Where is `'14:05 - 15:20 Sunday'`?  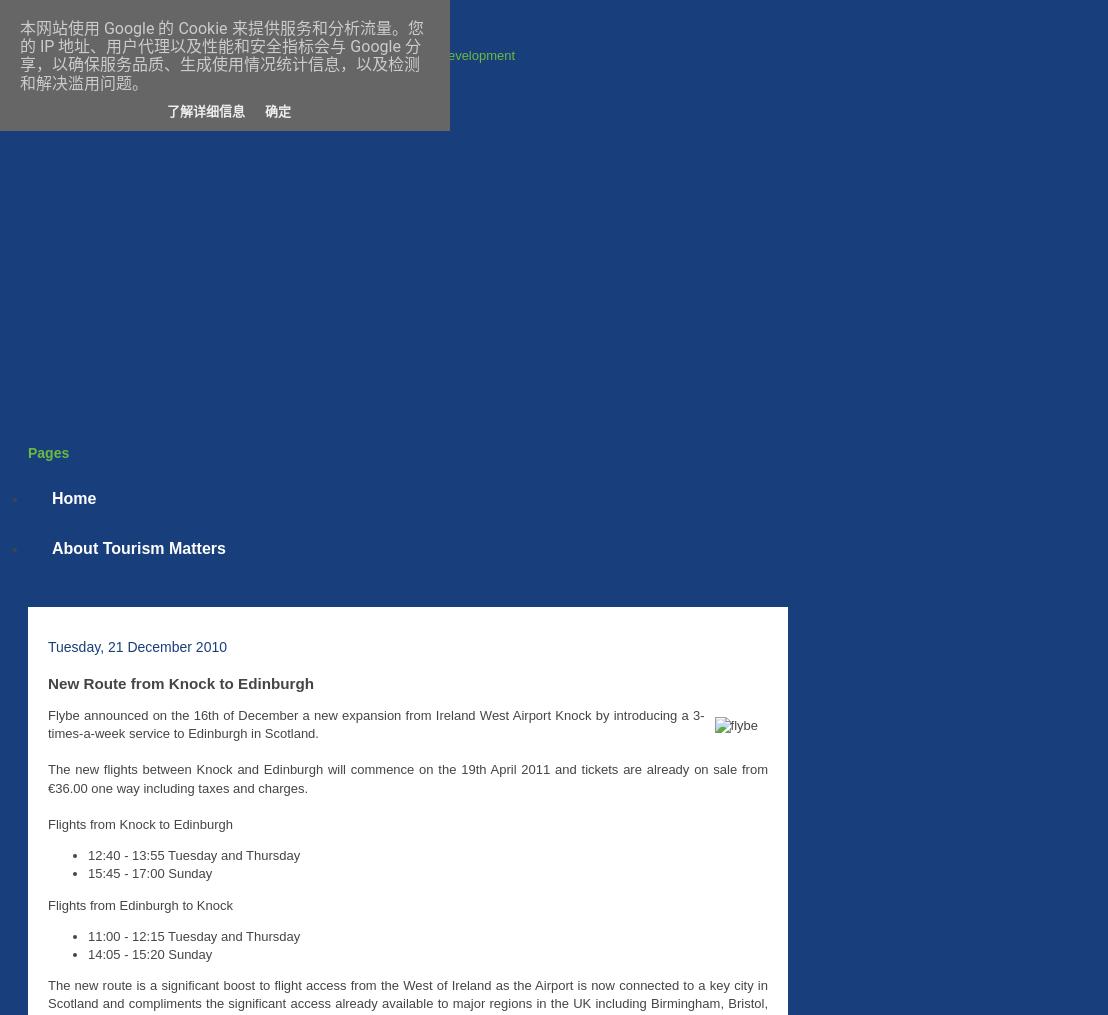 '14:05 - 15:20 Sunday' is located at coordinates (149, 953).